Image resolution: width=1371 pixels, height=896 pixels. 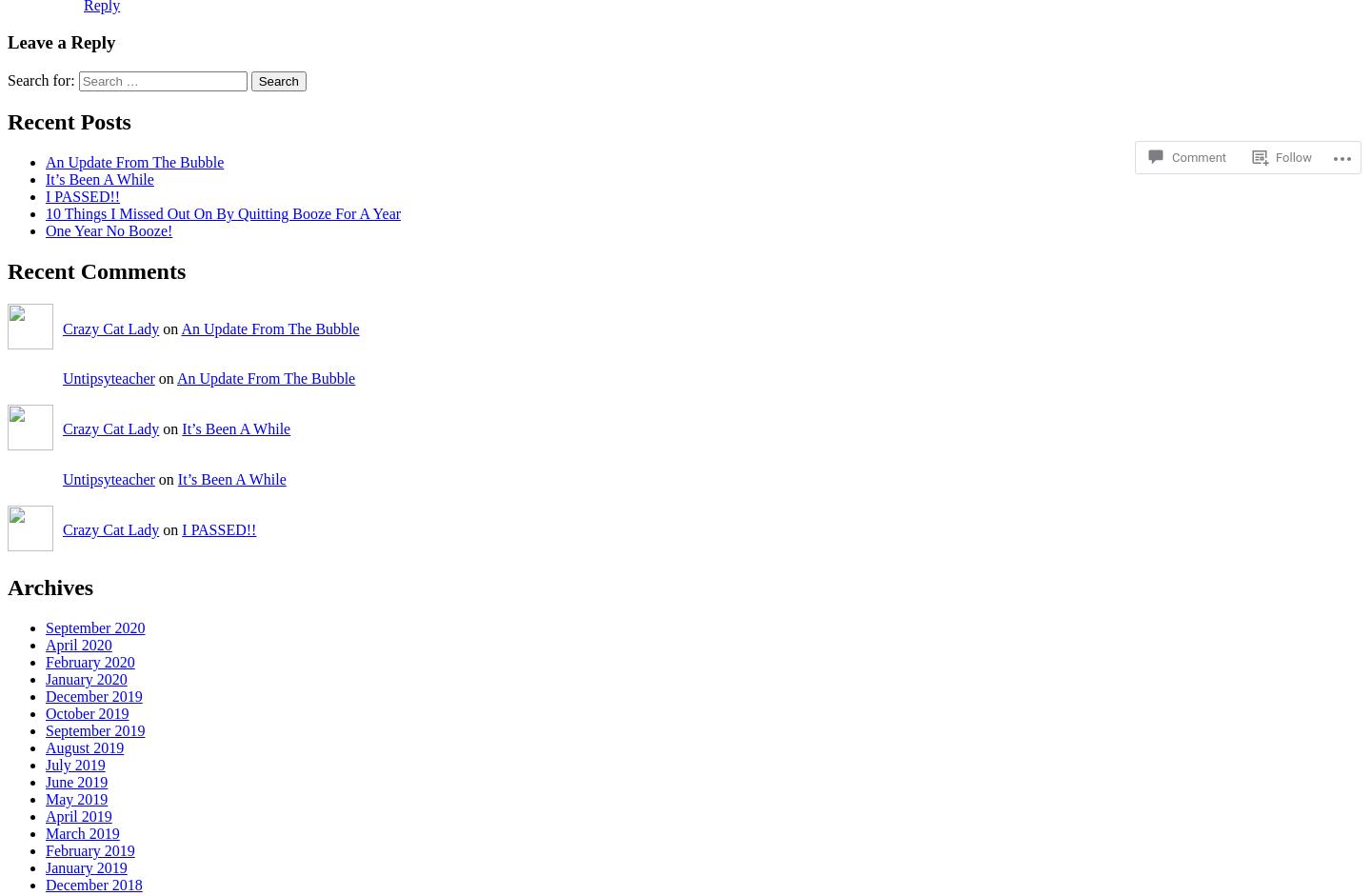 I want to click on 'October 2019', so click(x=87, y=711).